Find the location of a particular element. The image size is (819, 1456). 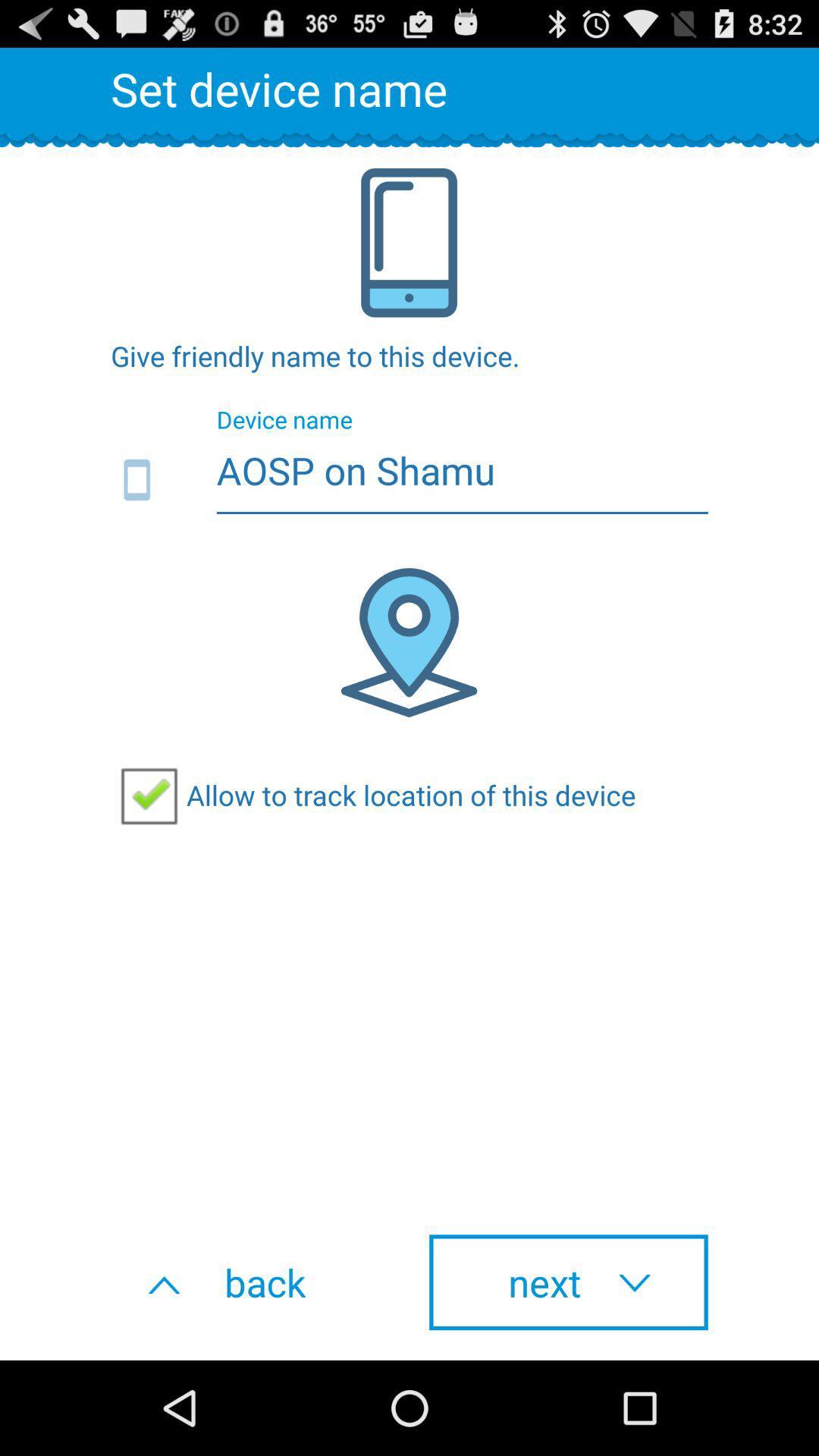

item at the bottom right corner is located at coordinates (568, 1282).